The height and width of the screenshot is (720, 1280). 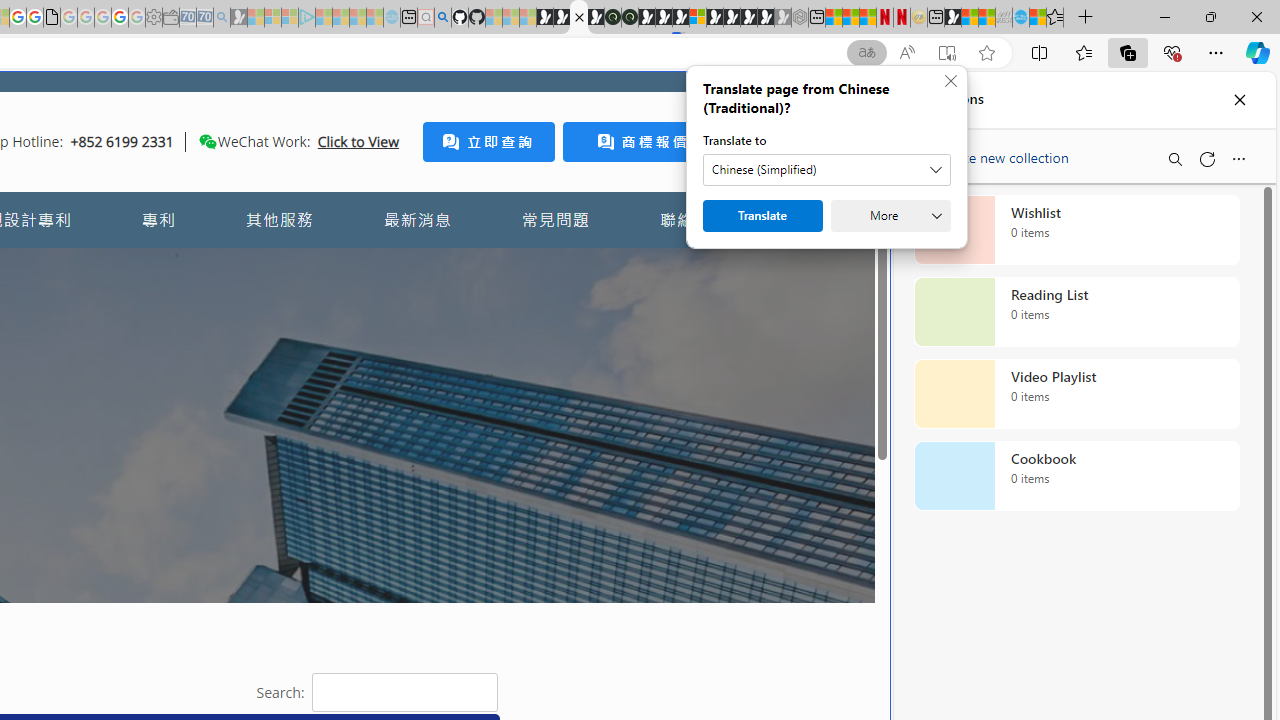 I want to click on 'Reading List collection, 0 items', so click(x=1076, y=312).